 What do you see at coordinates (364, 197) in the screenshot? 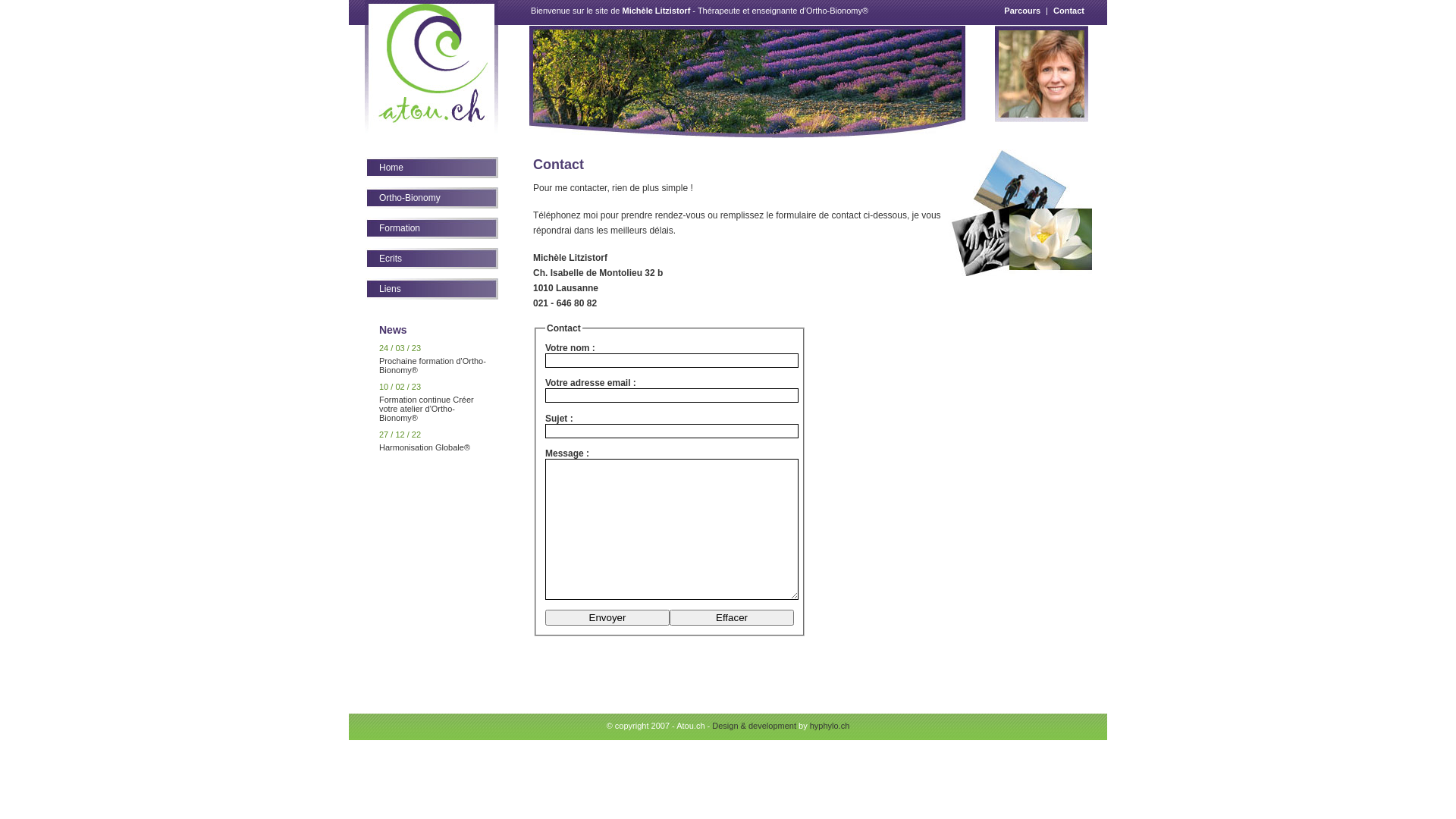
I see `'Ortho-Bionomy'` at bounding box center [364, 197].